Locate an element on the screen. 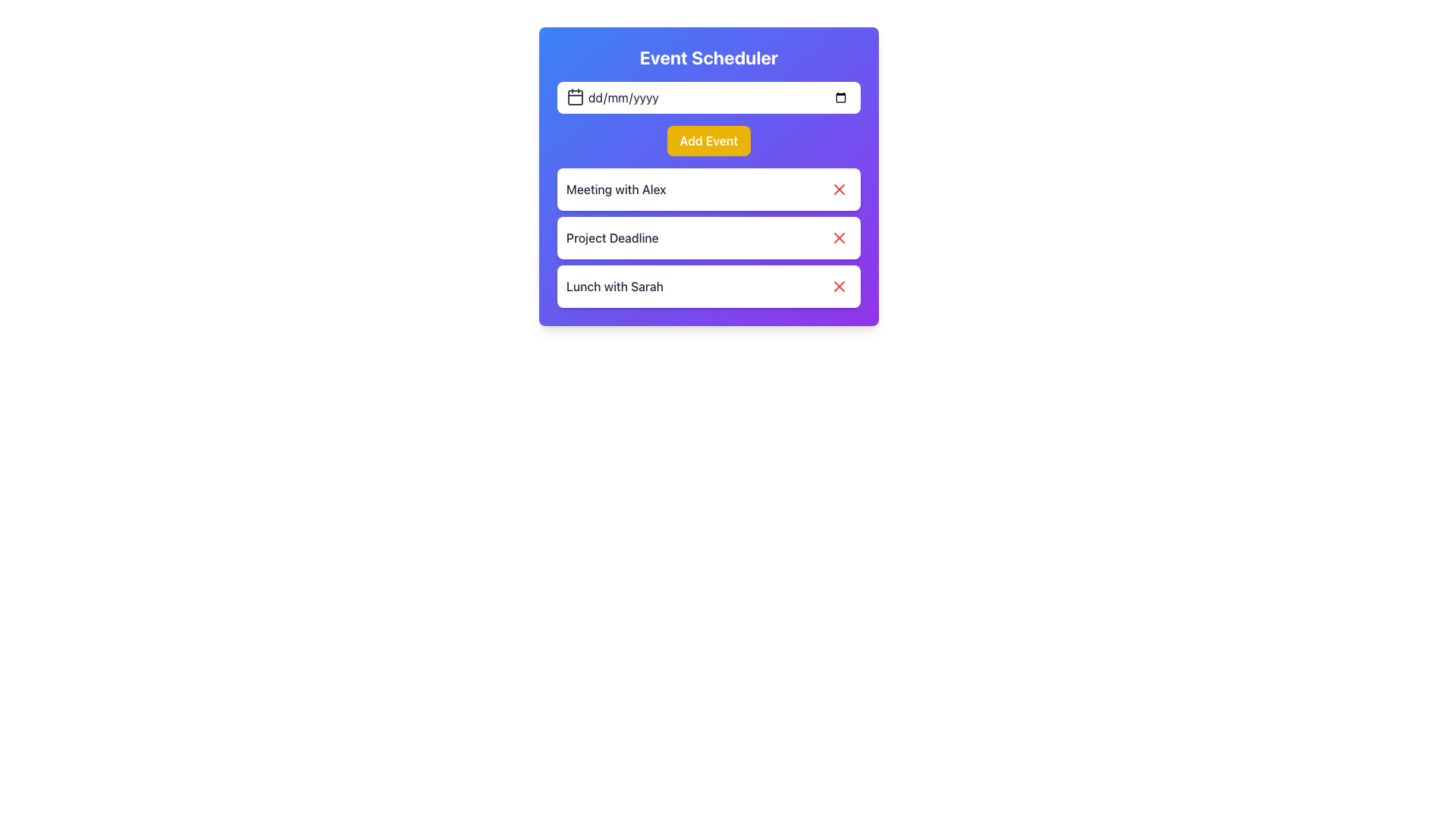  the delete button located in the top-right corner of the 'Meeting with Alex' event row in the event scheduler section is located at coordinates (839, 189).